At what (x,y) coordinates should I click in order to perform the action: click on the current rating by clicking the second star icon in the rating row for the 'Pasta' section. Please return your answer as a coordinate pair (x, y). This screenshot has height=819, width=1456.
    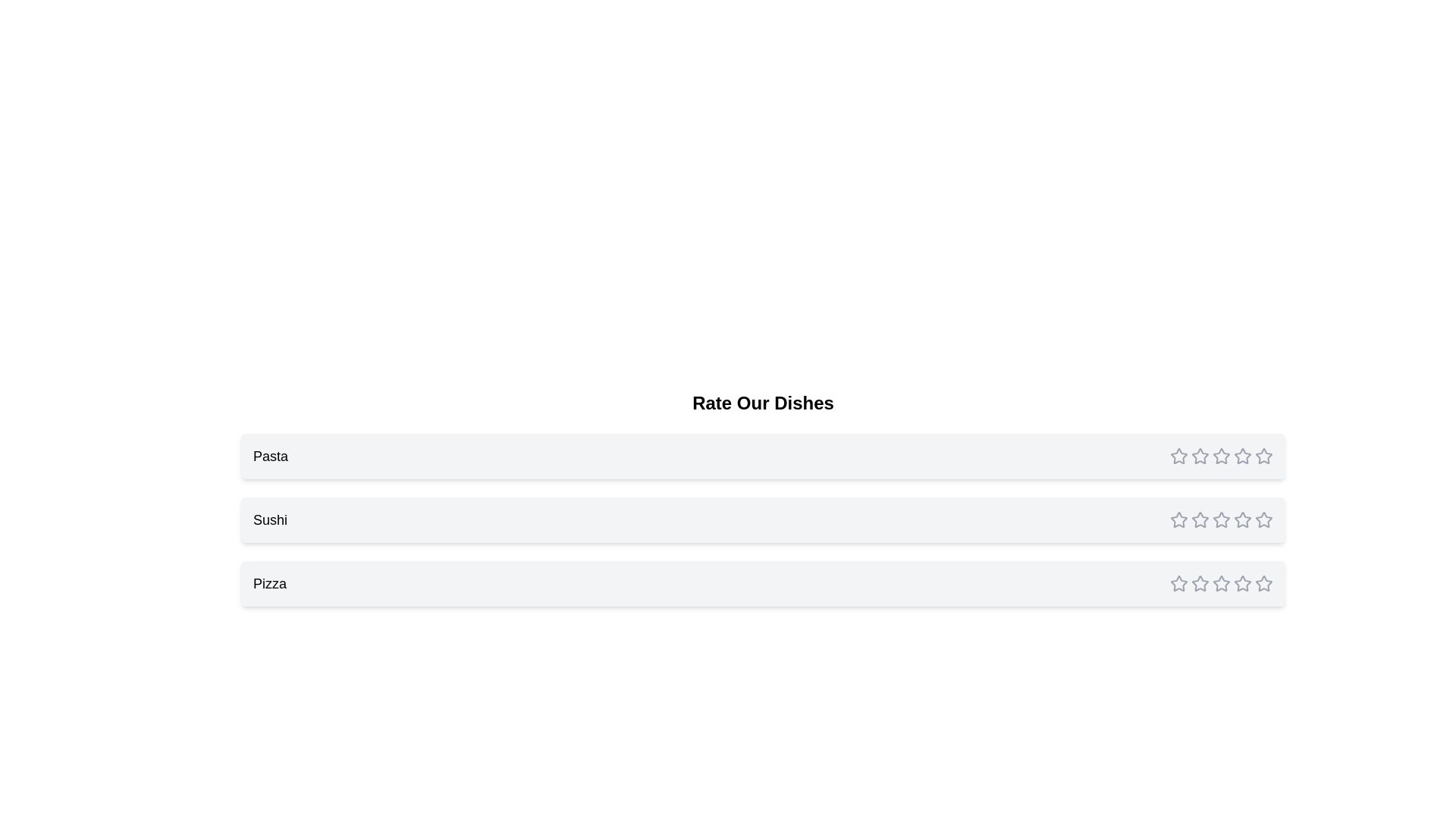
    Looking at the image, I should click on (1222, 455).